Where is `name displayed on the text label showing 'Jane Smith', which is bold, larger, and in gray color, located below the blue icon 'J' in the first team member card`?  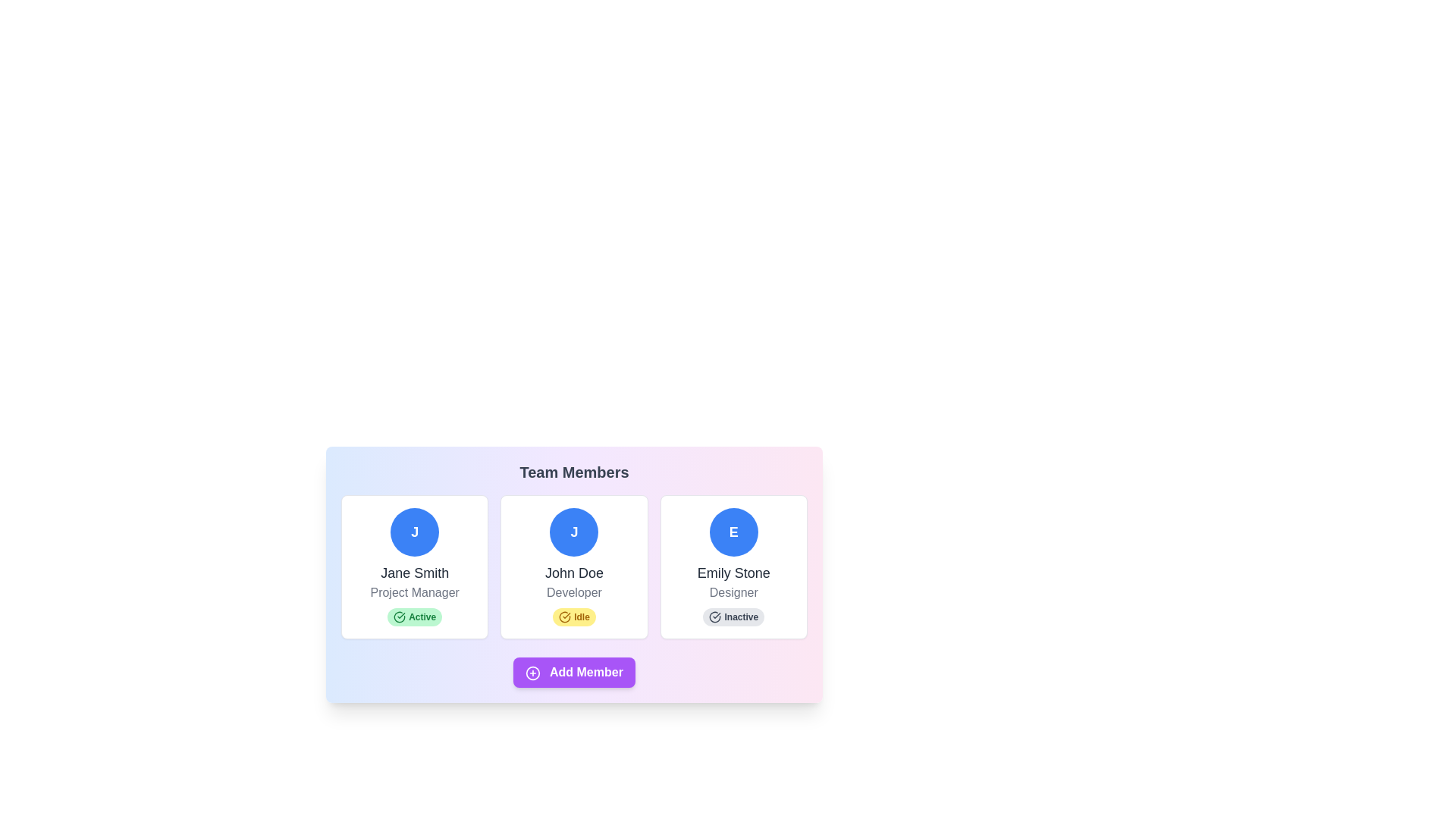 name displayed on the text label showing 'Jane Smith', which is bold, larger, and in gray color, located below the blue icon 'J' in the first team member card is located at coordinates (415, 573).